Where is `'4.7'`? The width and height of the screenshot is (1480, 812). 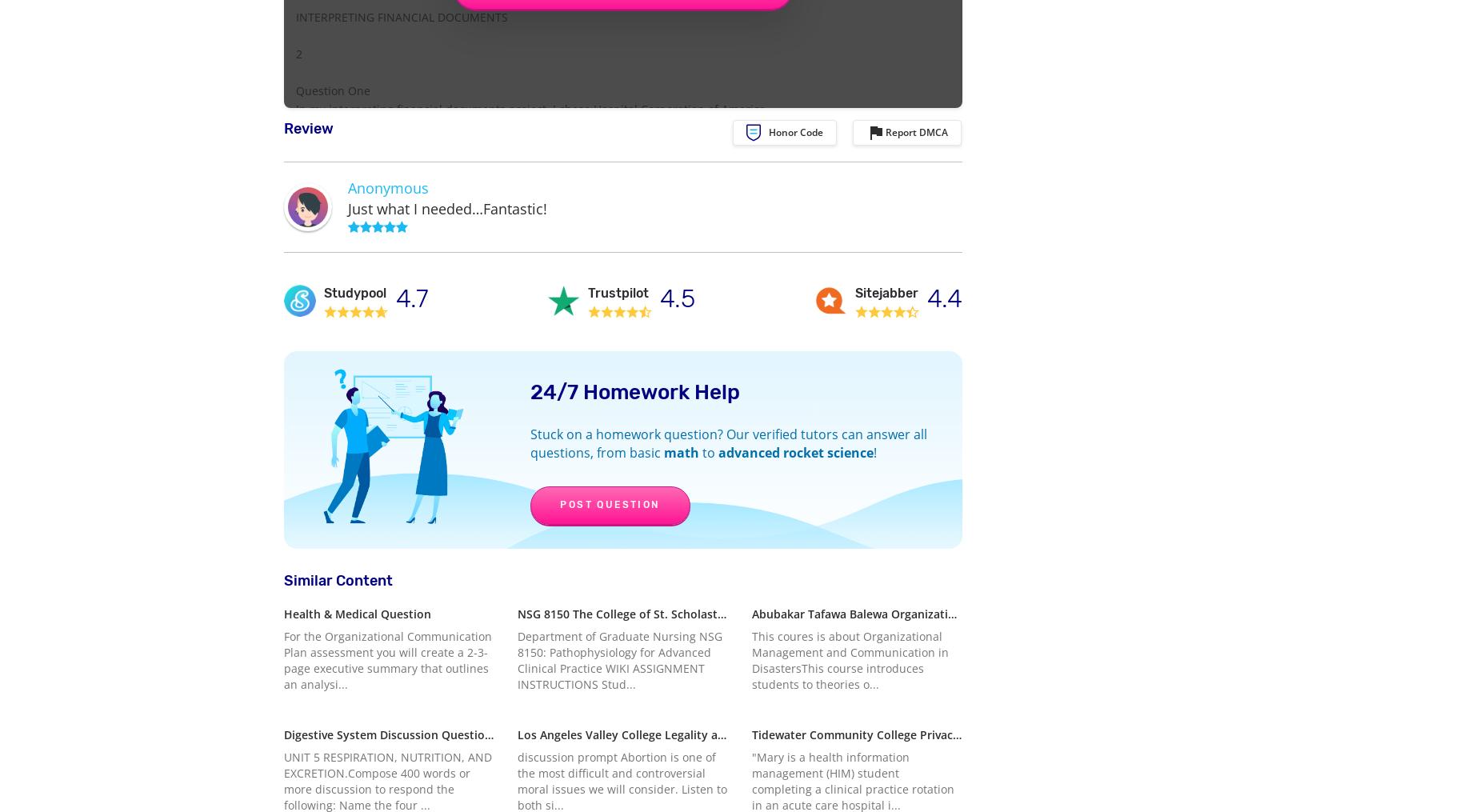
'4.7' is located at coordinates (396, 297).